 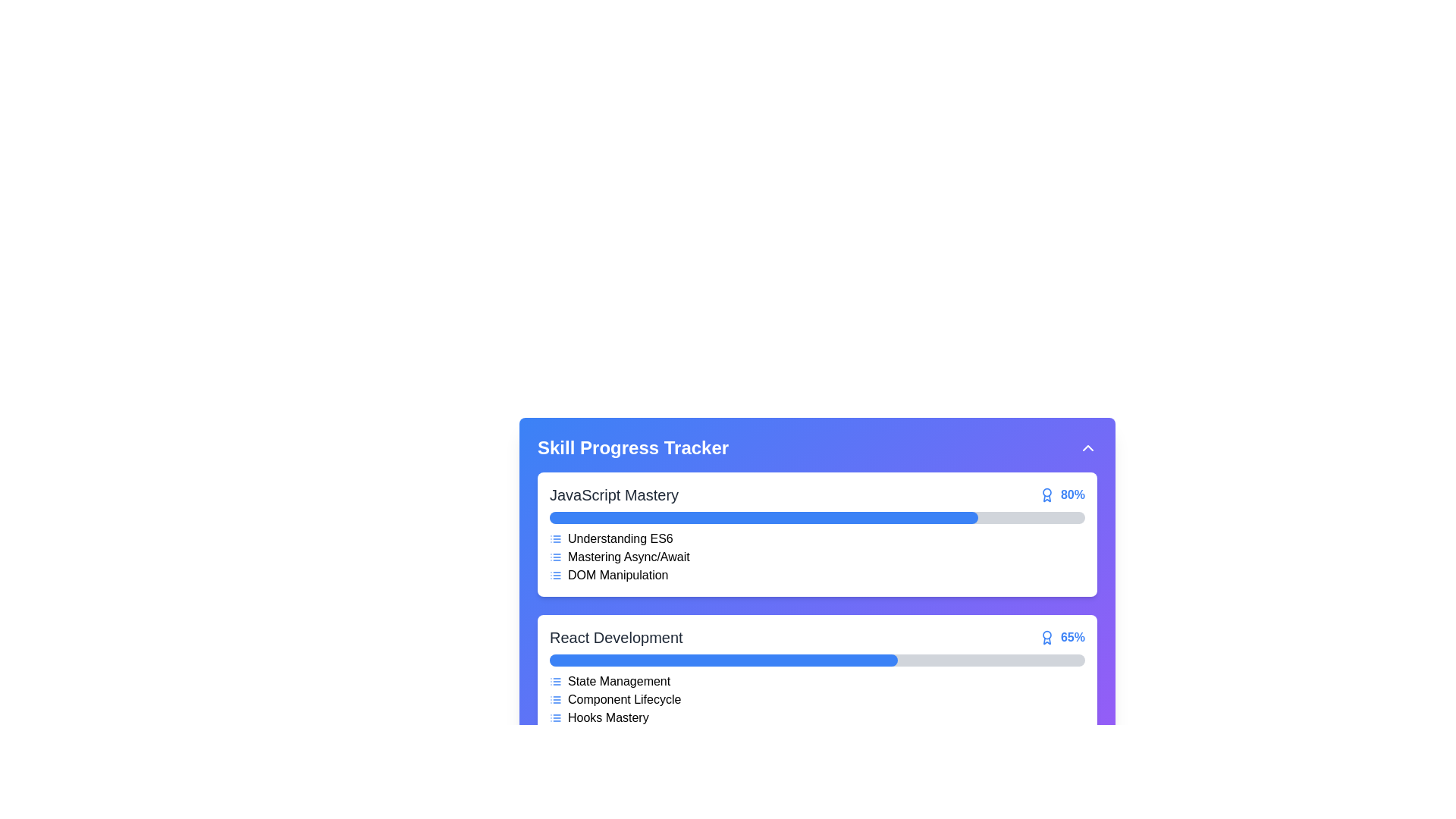 I want to click on the text label representing the skill 'Component Lifecycle' in the React Development category within the progress tracker UI, so click(x=817, y=699).